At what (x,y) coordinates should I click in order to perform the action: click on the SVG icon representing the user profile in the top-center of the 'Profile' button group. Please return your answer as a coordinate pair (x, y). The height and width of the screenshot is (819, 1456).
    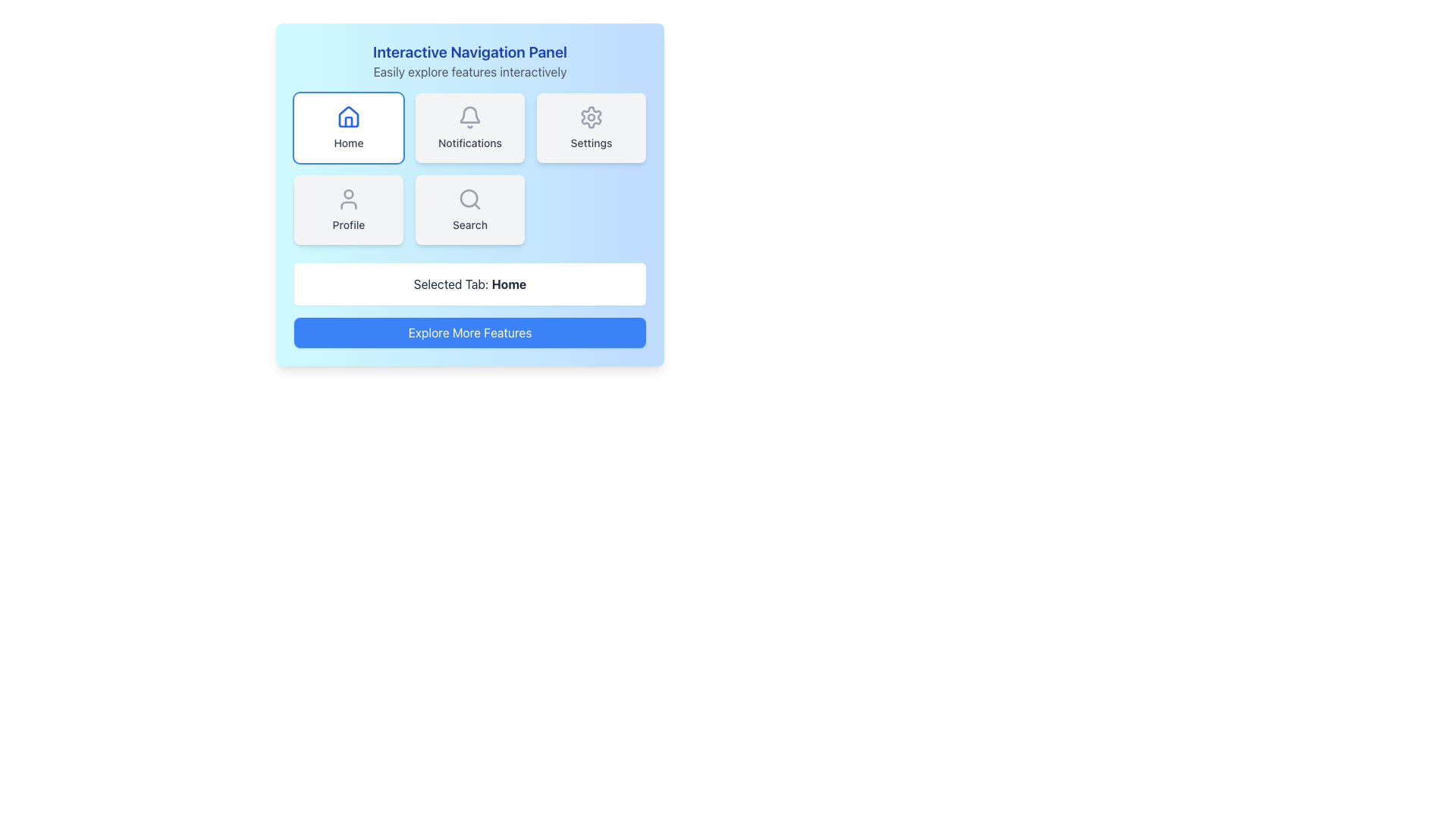
    Looking at the image, I should click on (348, 198).